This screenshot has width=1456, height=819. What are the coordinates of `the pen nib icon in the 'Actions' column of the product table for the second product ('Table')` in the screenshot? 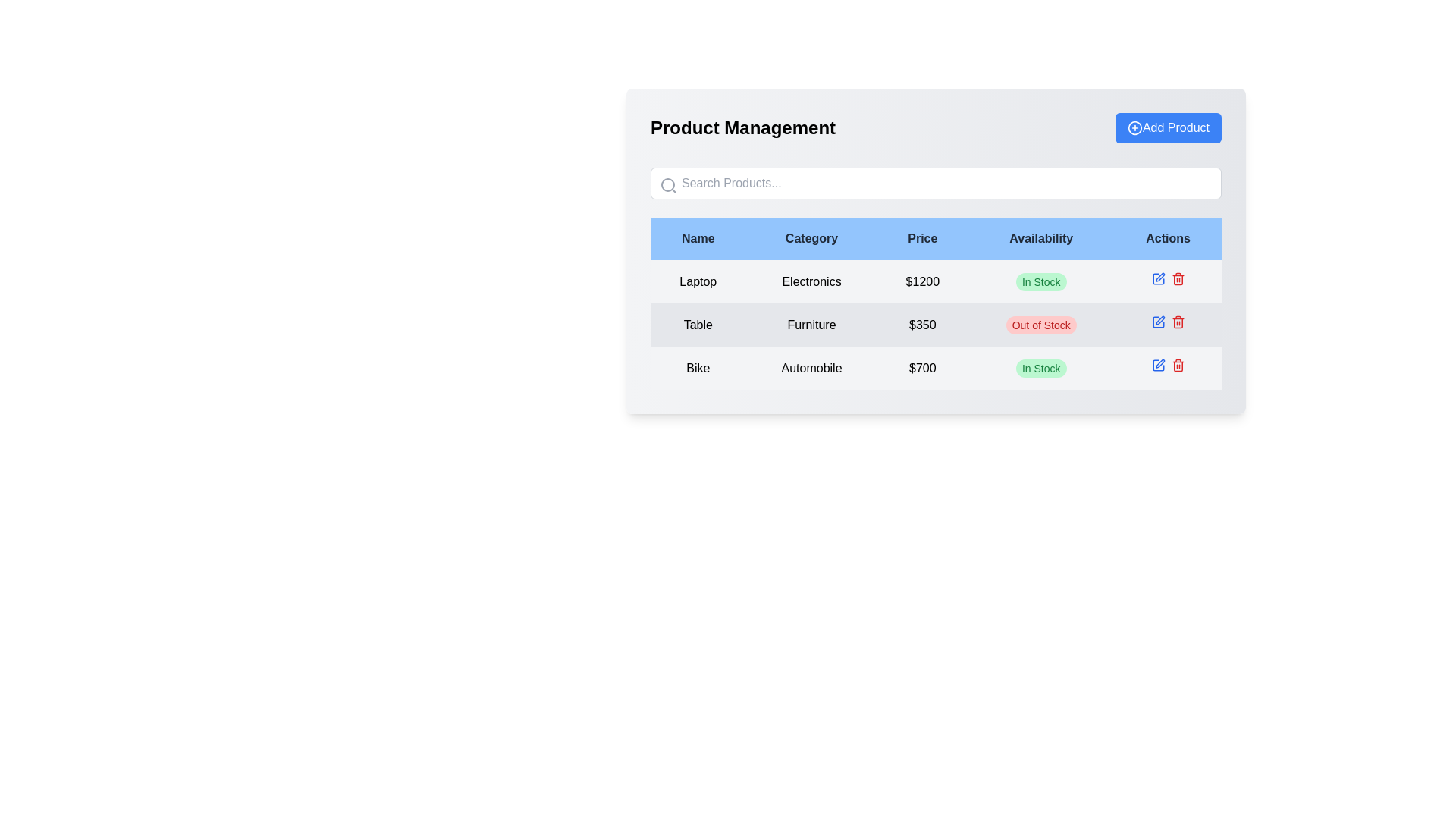 It's located at (1159, 319).